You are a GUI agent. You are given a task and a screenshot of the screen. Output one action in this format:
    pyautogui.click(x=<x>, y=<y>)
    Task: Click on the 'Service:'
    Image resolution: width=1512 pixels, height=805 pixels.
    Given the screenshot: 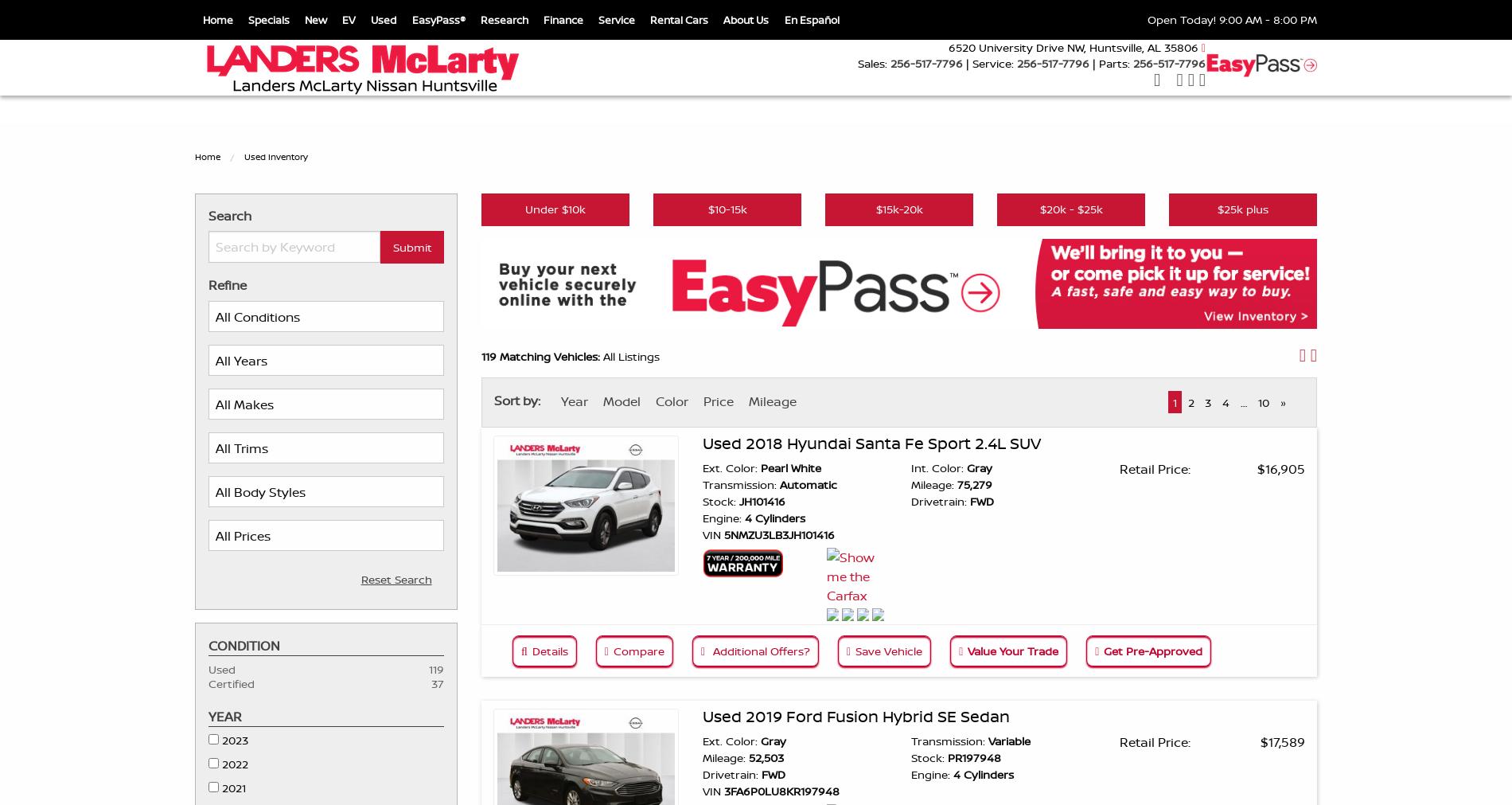 What is the action you would take?
    pyautogui.click(x=972, y=62)
    